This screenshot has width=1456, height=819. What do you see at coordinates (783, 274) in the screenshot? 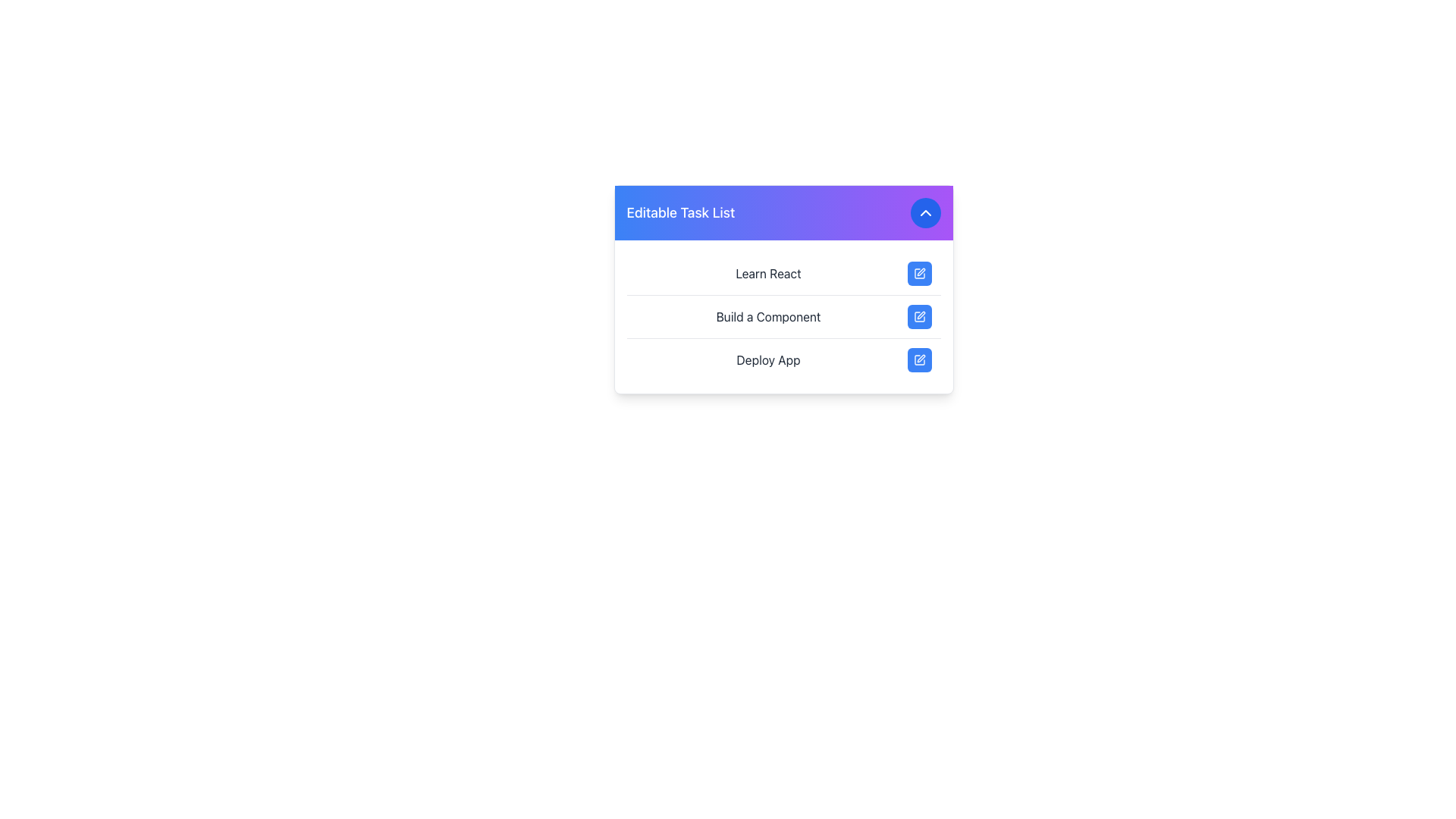
I see `the first item in the 'Editable Task List' that contains the label 'Learn React' and an adjacent blue edit button` at bounding box center [783, 274].